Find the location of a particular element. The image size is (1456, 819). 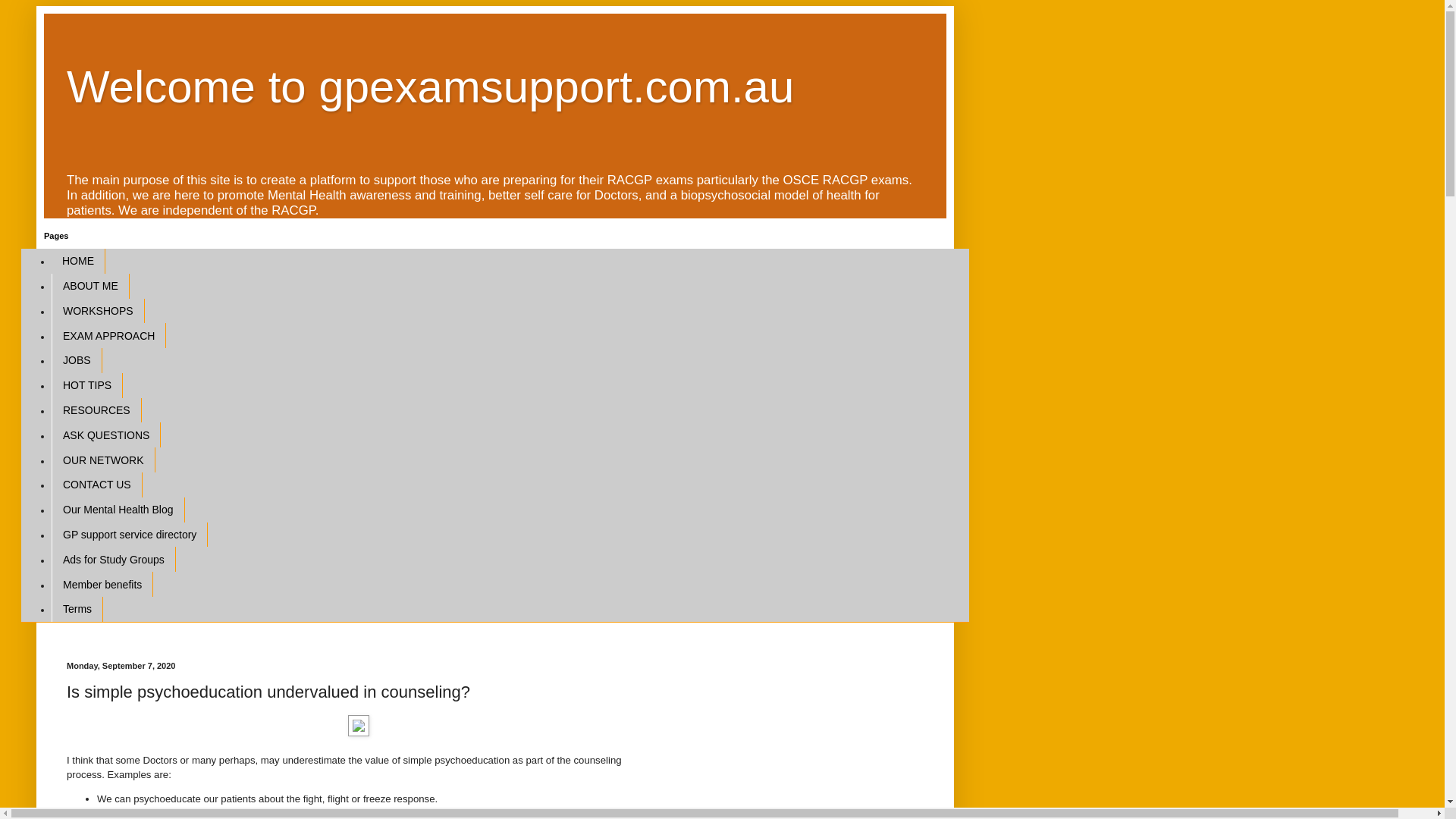

'Ads for Study Groups' is located at coordinates (112, 559).